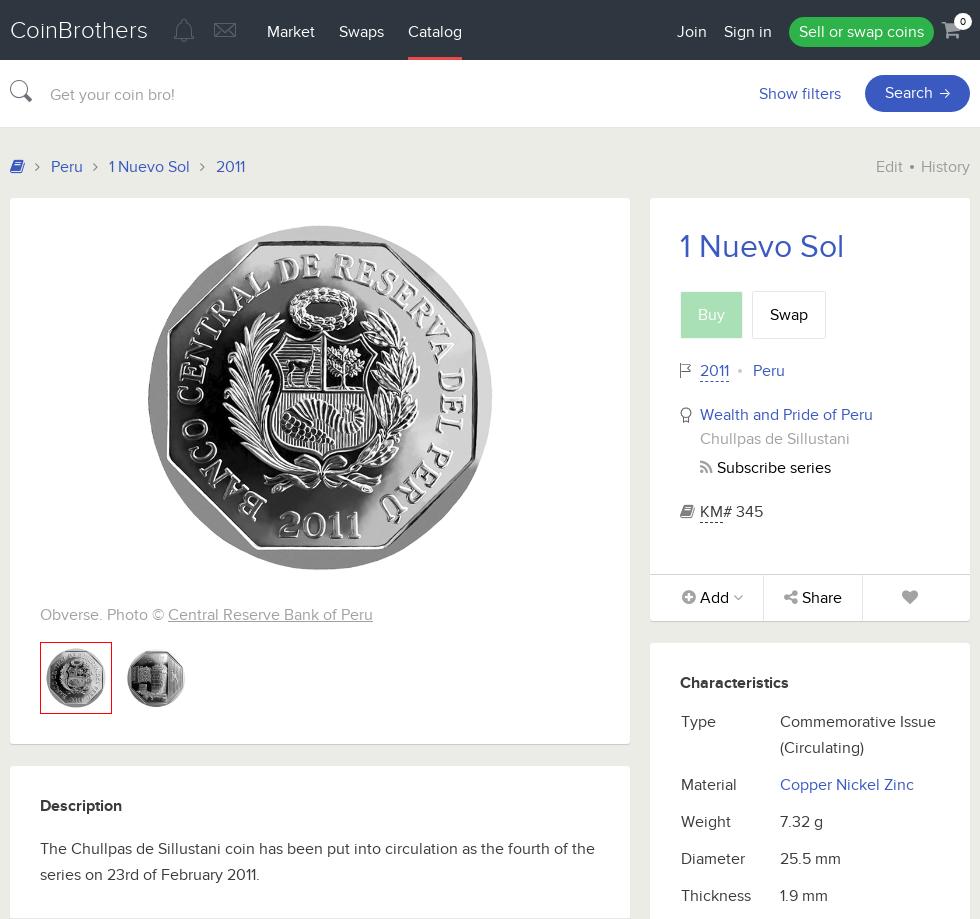  What do you see at coordinates (799, 92) in the screenshot?
I see `'Show filters'` at bounding box center [799, 92].